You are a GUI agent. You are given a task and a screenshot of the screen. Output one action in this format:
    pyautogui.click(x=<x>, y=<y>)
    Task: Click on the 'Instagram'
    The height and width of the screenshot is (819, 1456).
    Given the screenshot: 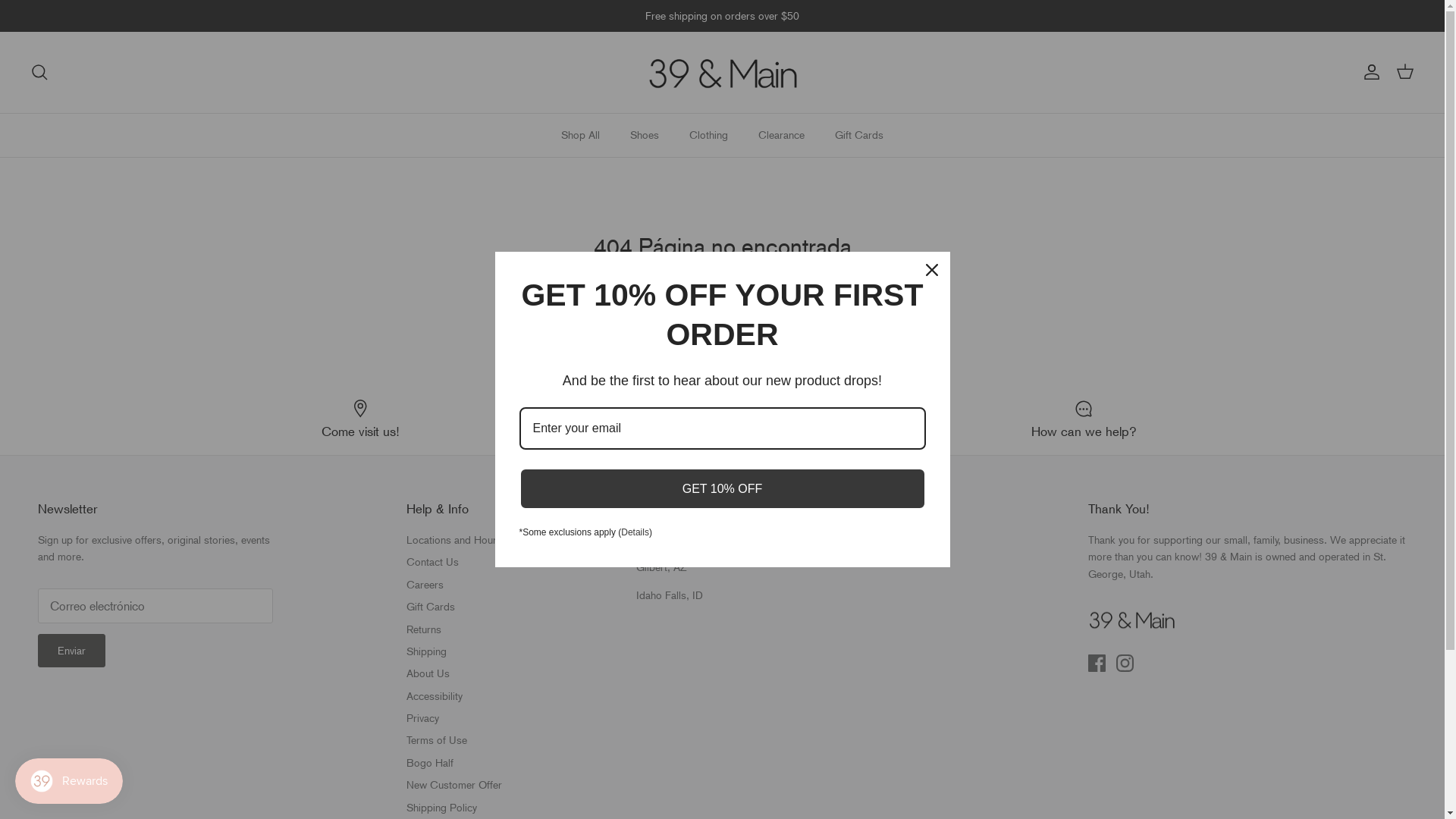 What is the action you would take?
    pyautogui.click(x=1116, y=662)
    